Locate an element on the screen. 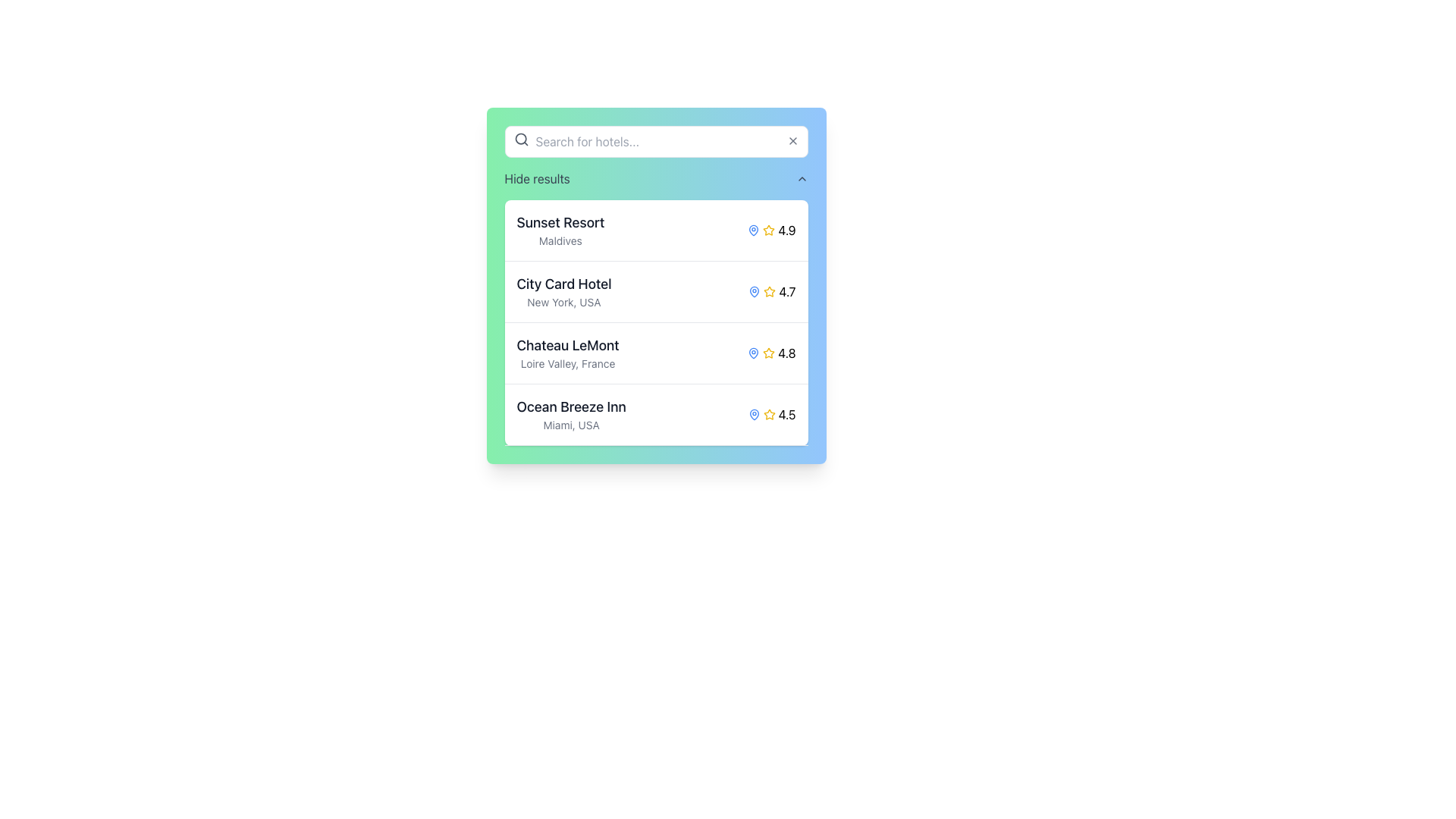 This screenshot has height=819, width=1456. the SVG Circle that represents the search bar icon, located at the left side of the search input field at the top of the interface is located at coordinates (520, 139).